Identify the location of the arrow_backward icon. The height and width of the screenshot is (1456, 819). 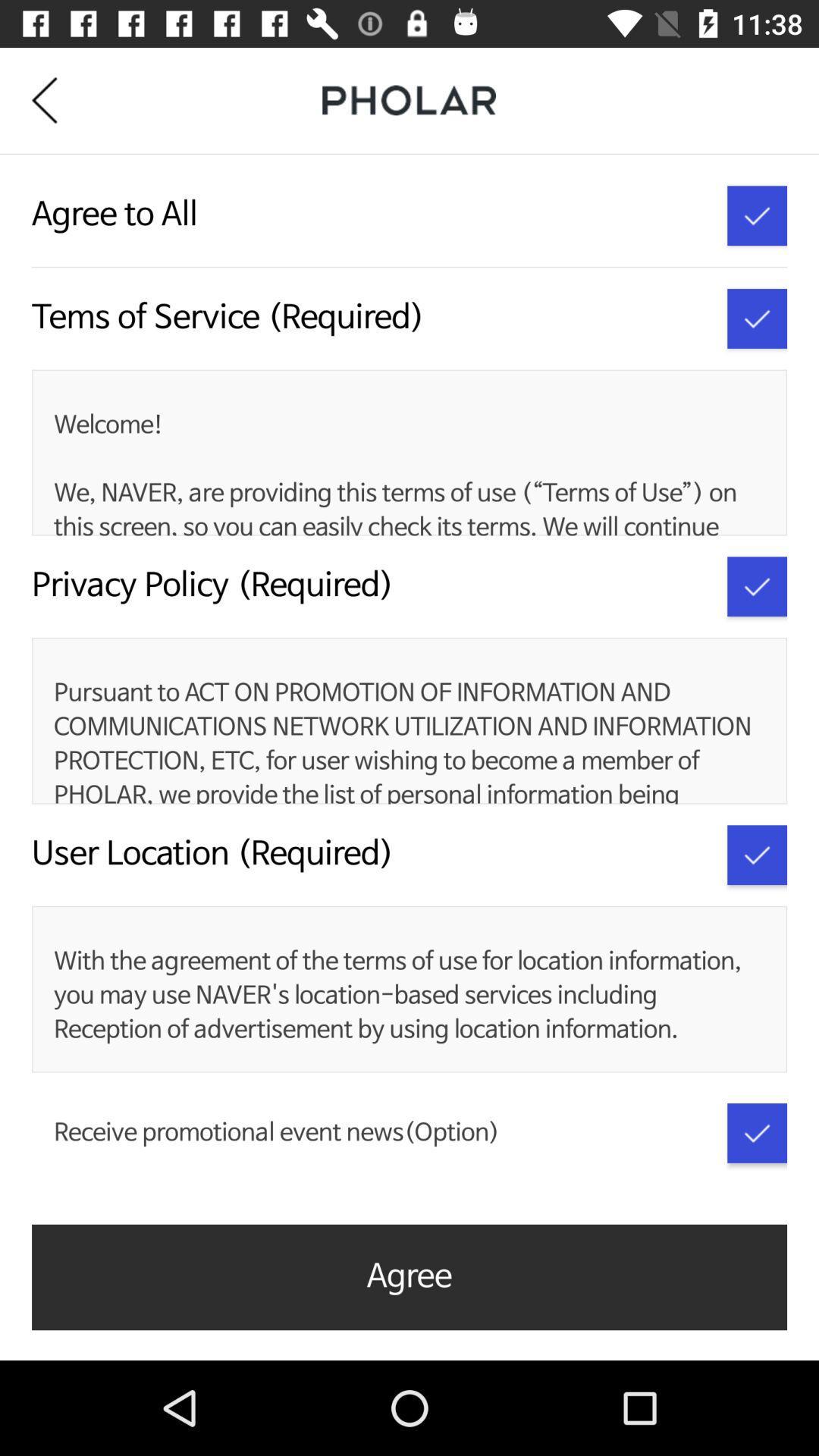
(55, 99).